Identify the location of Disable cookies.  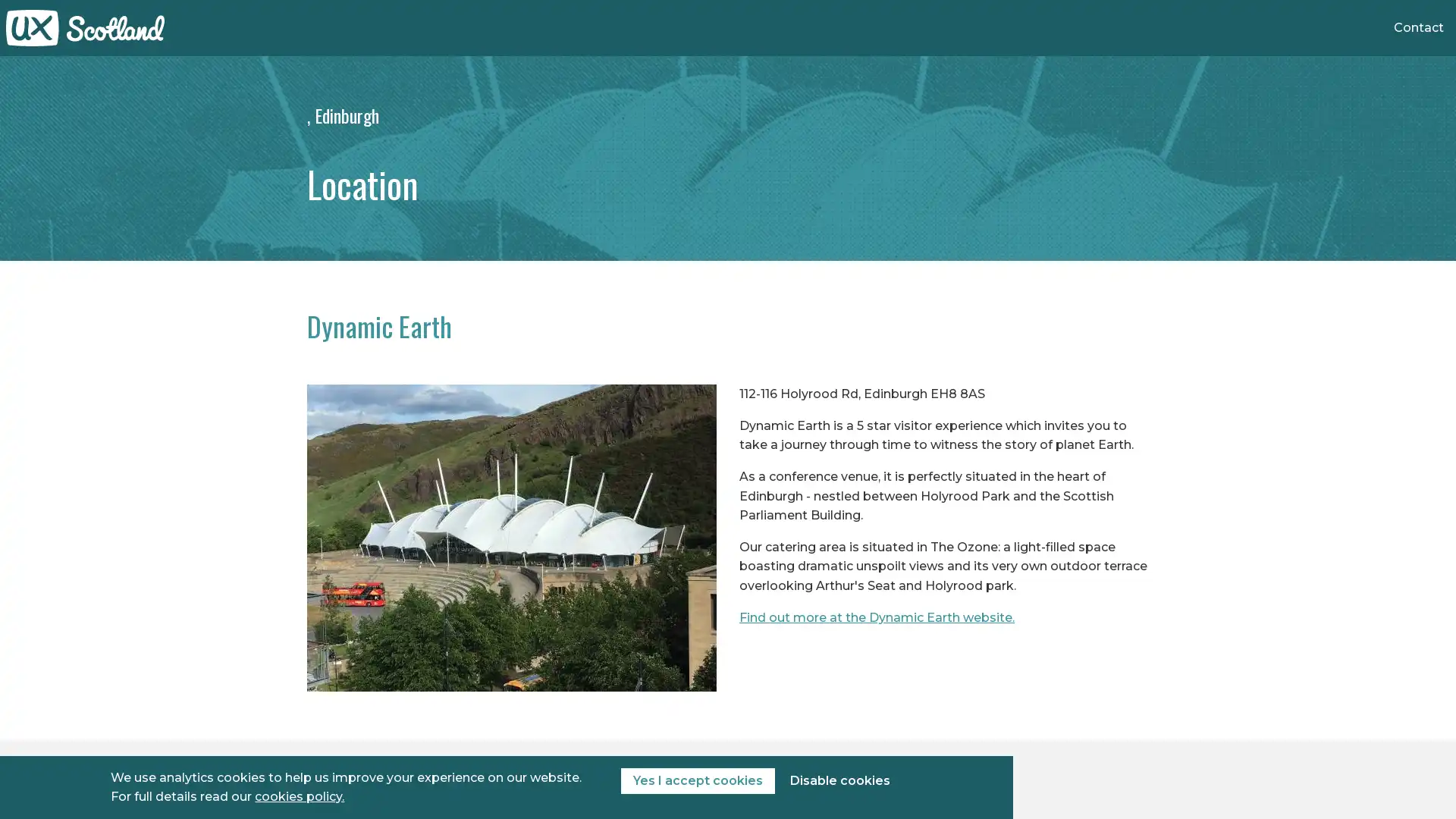
(839, 780).